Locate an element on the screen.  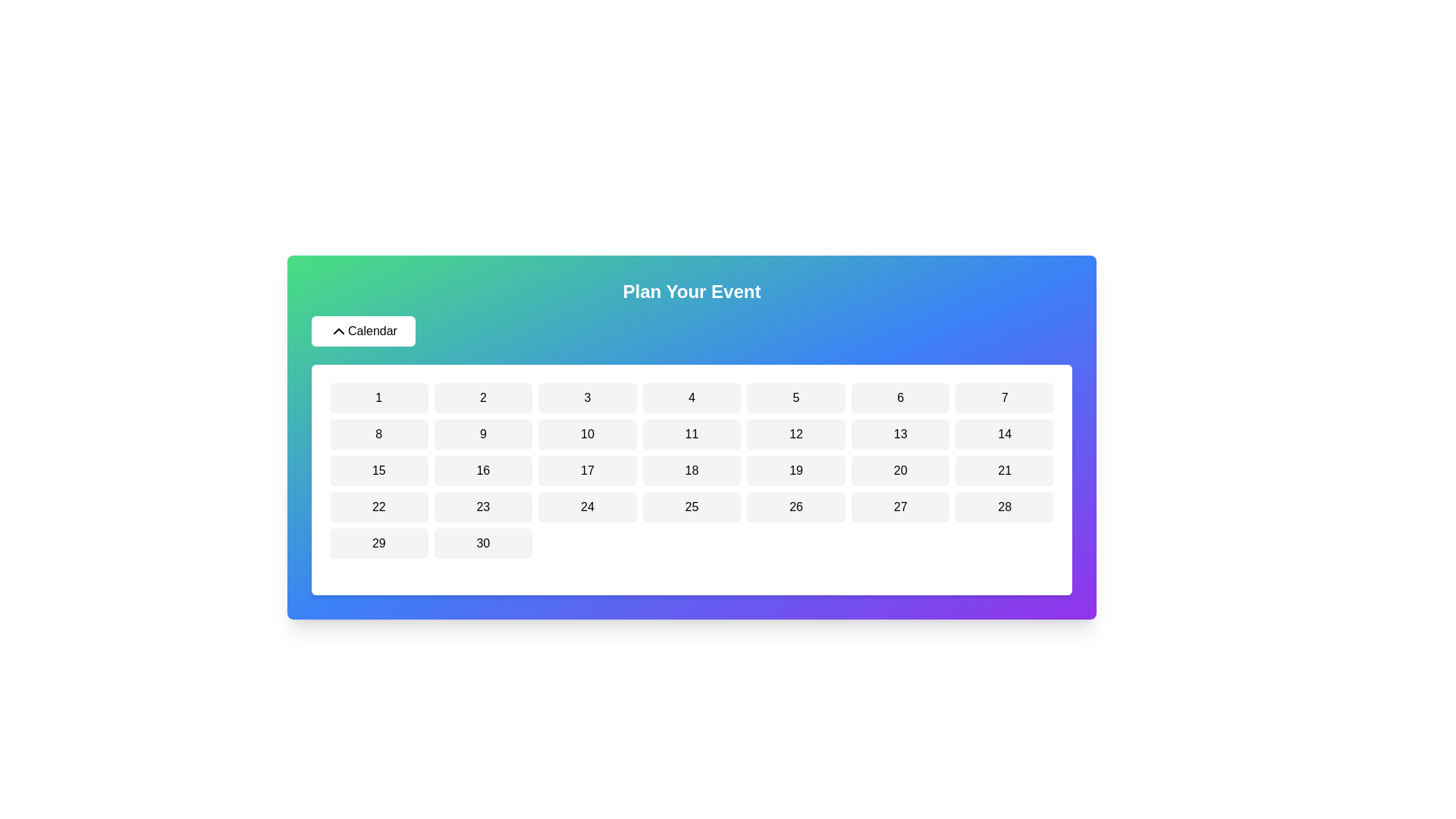
the button representing the number 4 in the calendar layout is located at coordinates (691, 397).